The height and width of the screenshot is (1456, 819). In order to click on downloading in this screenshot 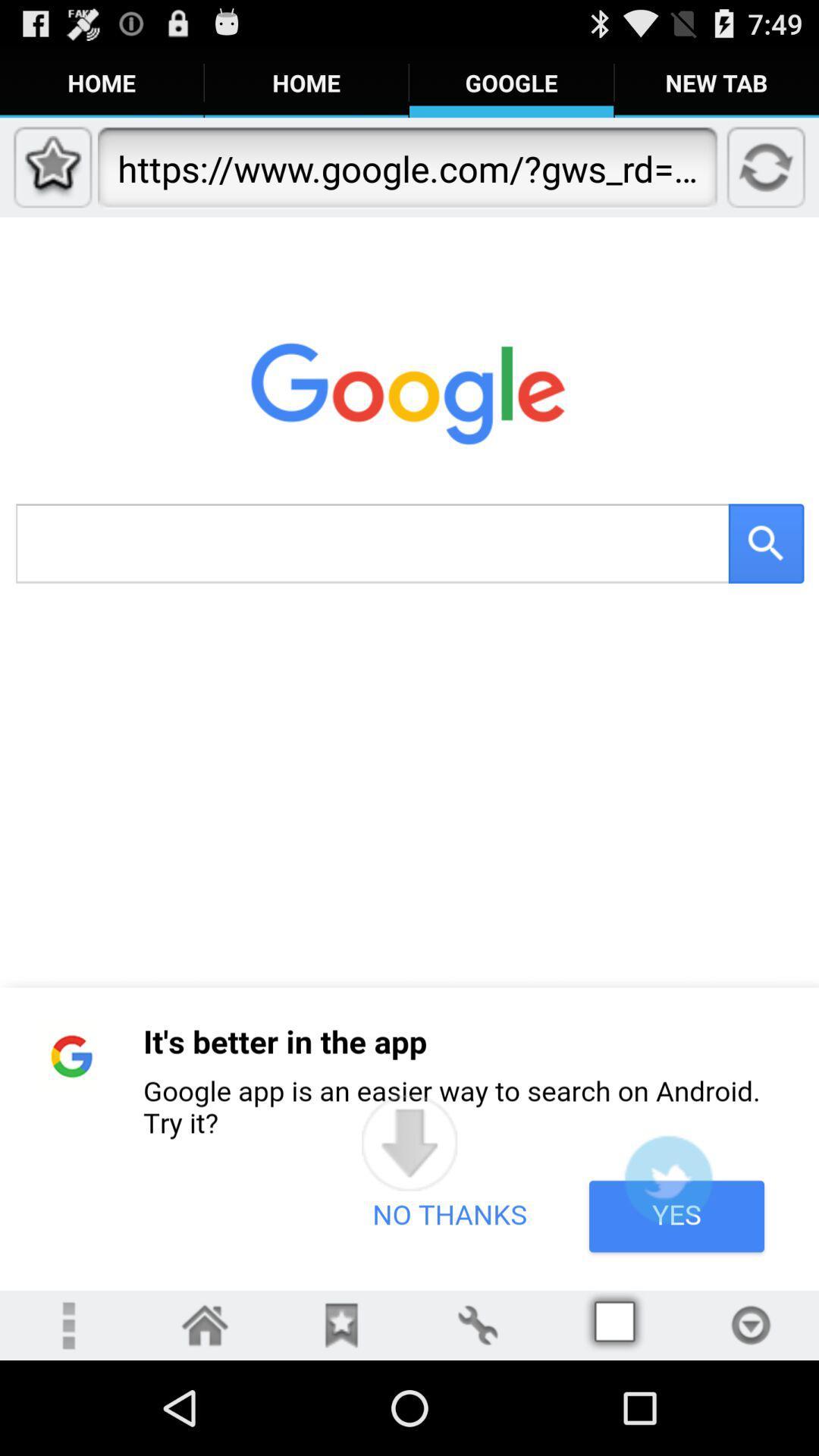, I will do `click(409, 1143)`.